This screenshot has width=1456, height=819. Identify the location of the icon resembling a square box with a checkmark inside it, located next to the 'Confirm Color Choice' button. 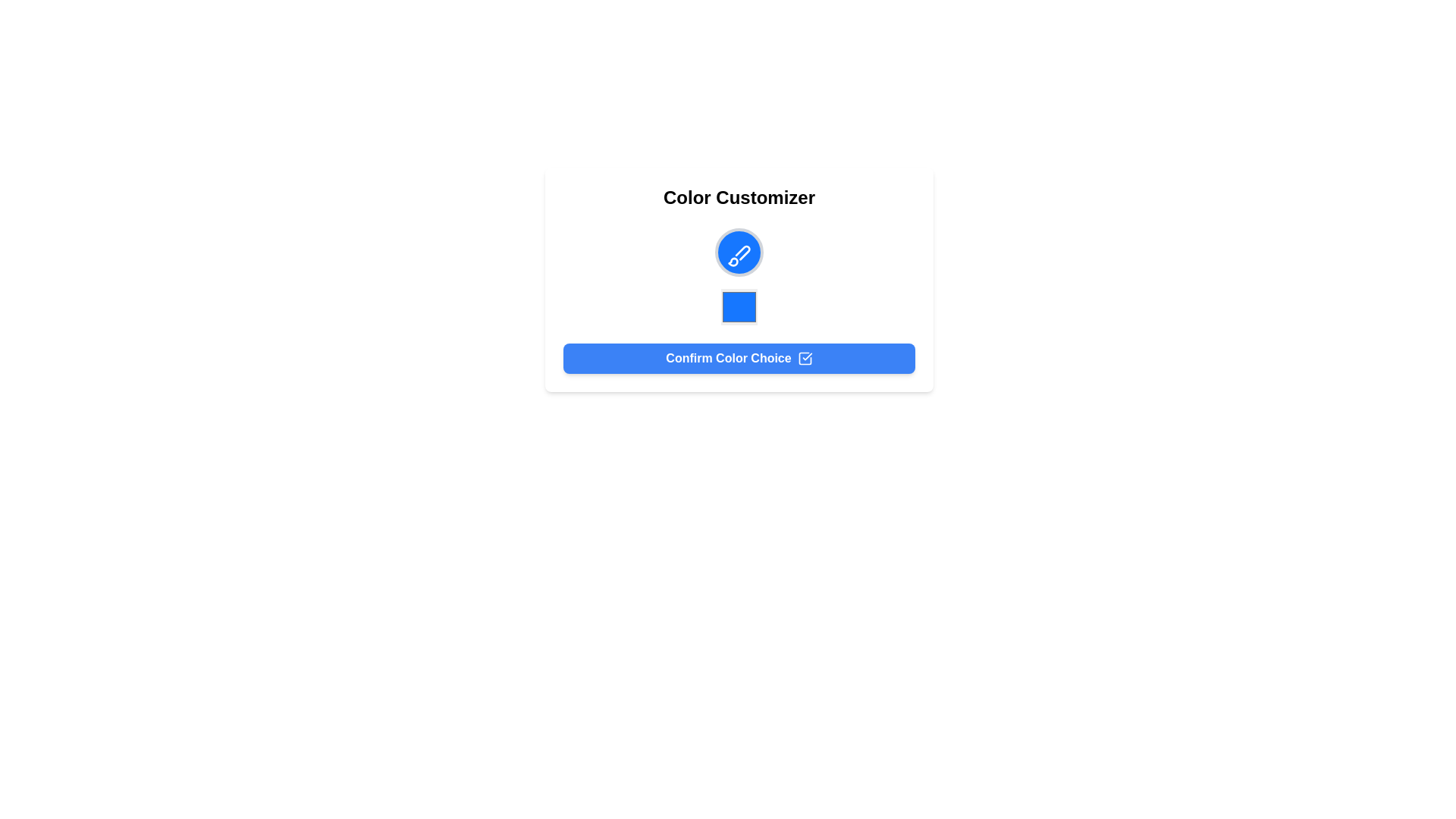
(804, 359).